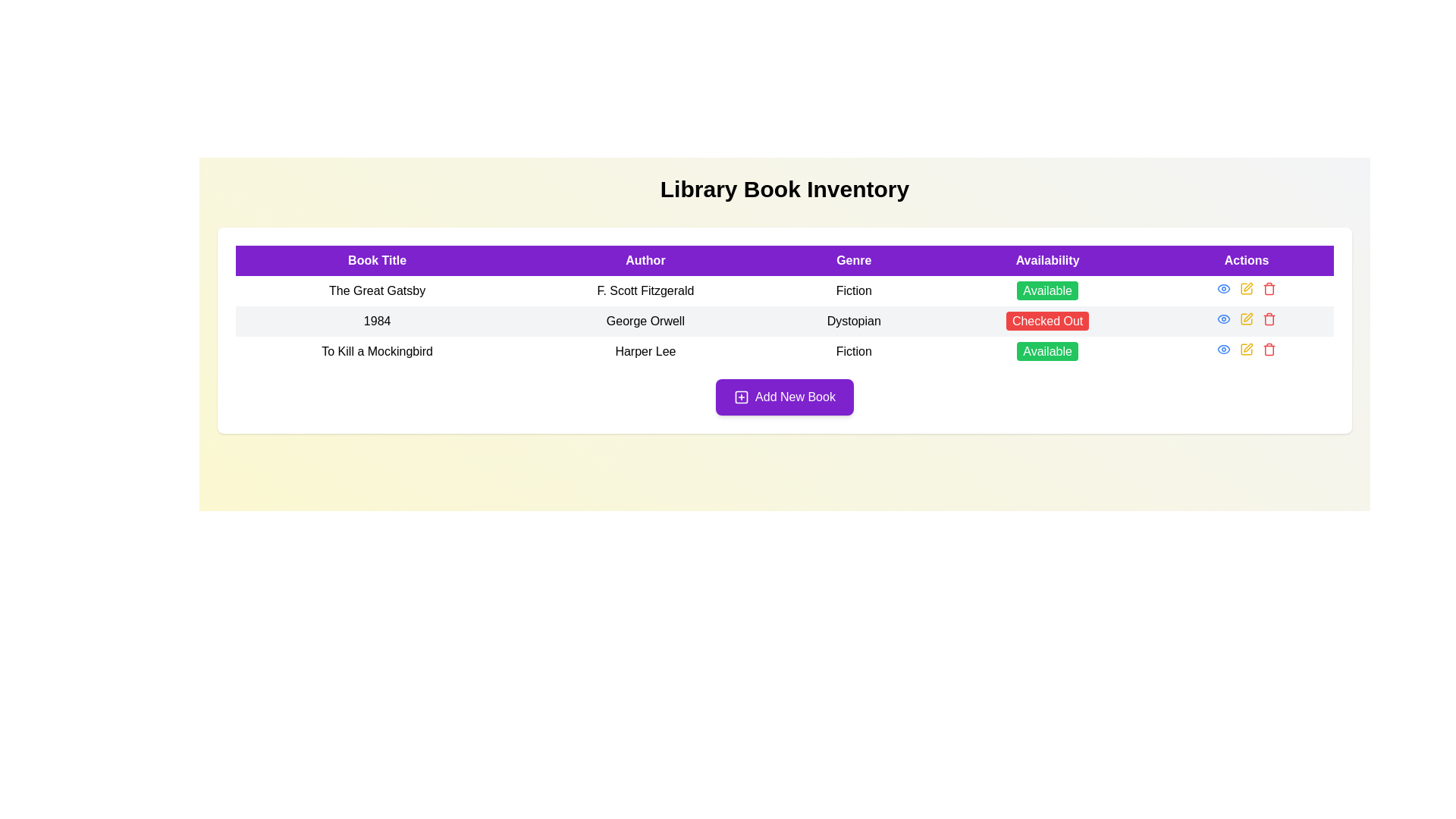  I want to click on the text label indicating the author of 'The Great Gatsby', located in the second column of the first row under the 'Author' heading, so click(645, 291).